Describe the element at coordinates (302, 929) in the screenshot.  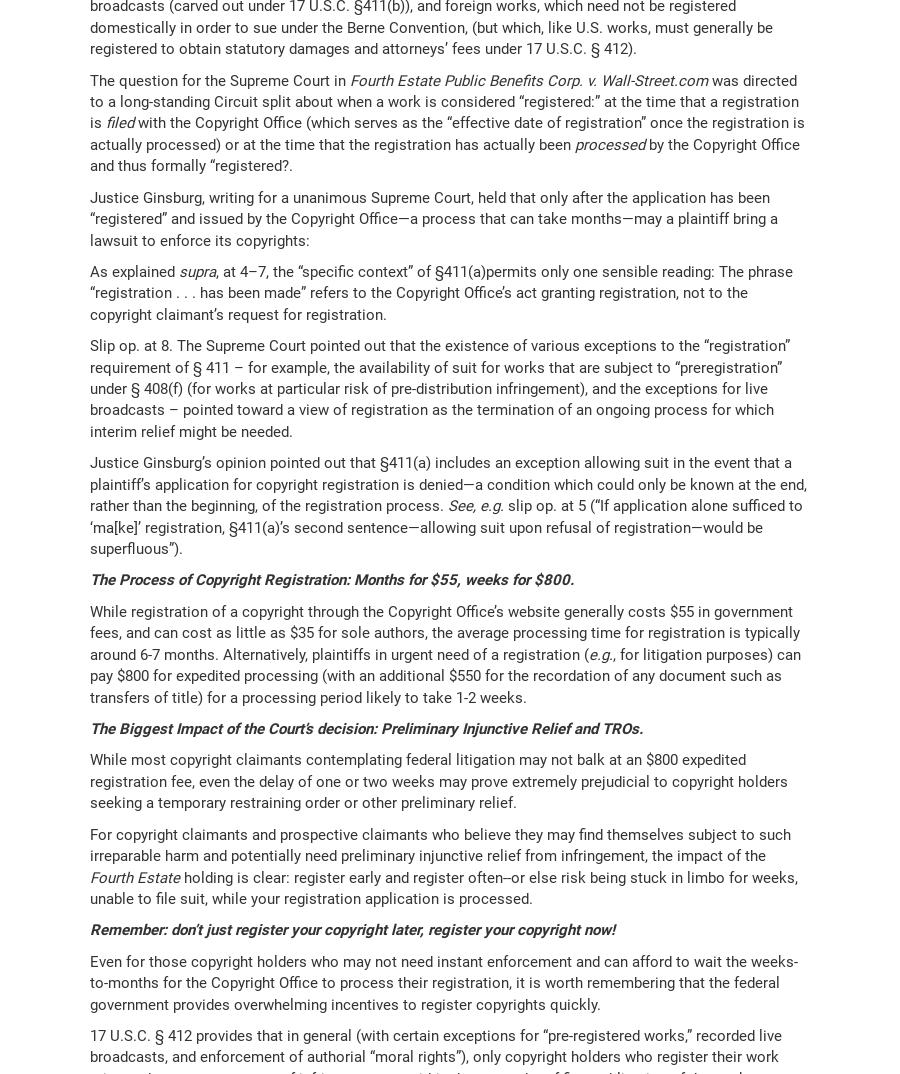
I see `'Remember: don’t just register your copyright later, register your'` at that location.